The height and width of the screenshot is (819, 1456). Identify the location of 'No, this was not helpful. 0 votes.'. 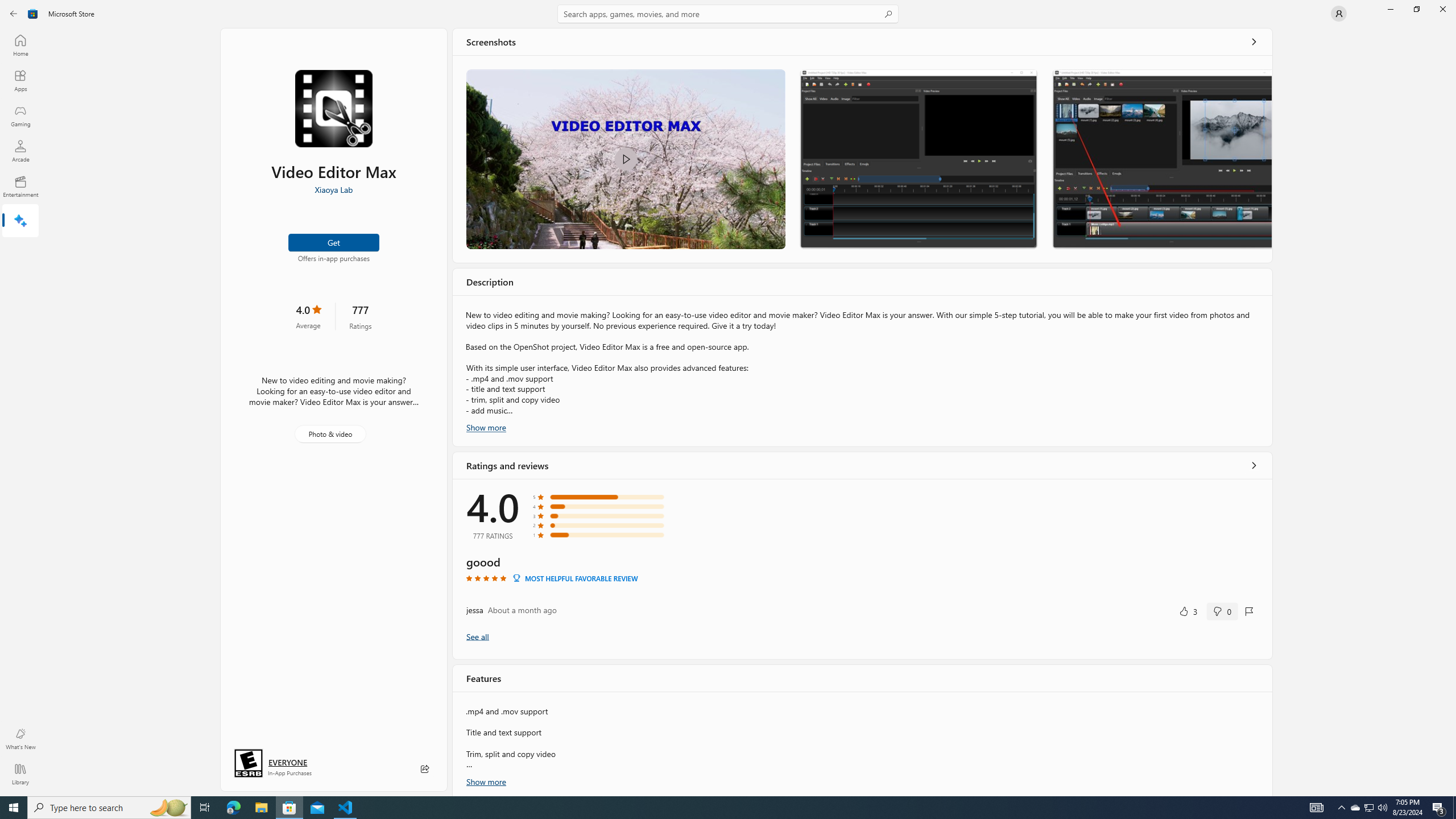
(1222, 610).